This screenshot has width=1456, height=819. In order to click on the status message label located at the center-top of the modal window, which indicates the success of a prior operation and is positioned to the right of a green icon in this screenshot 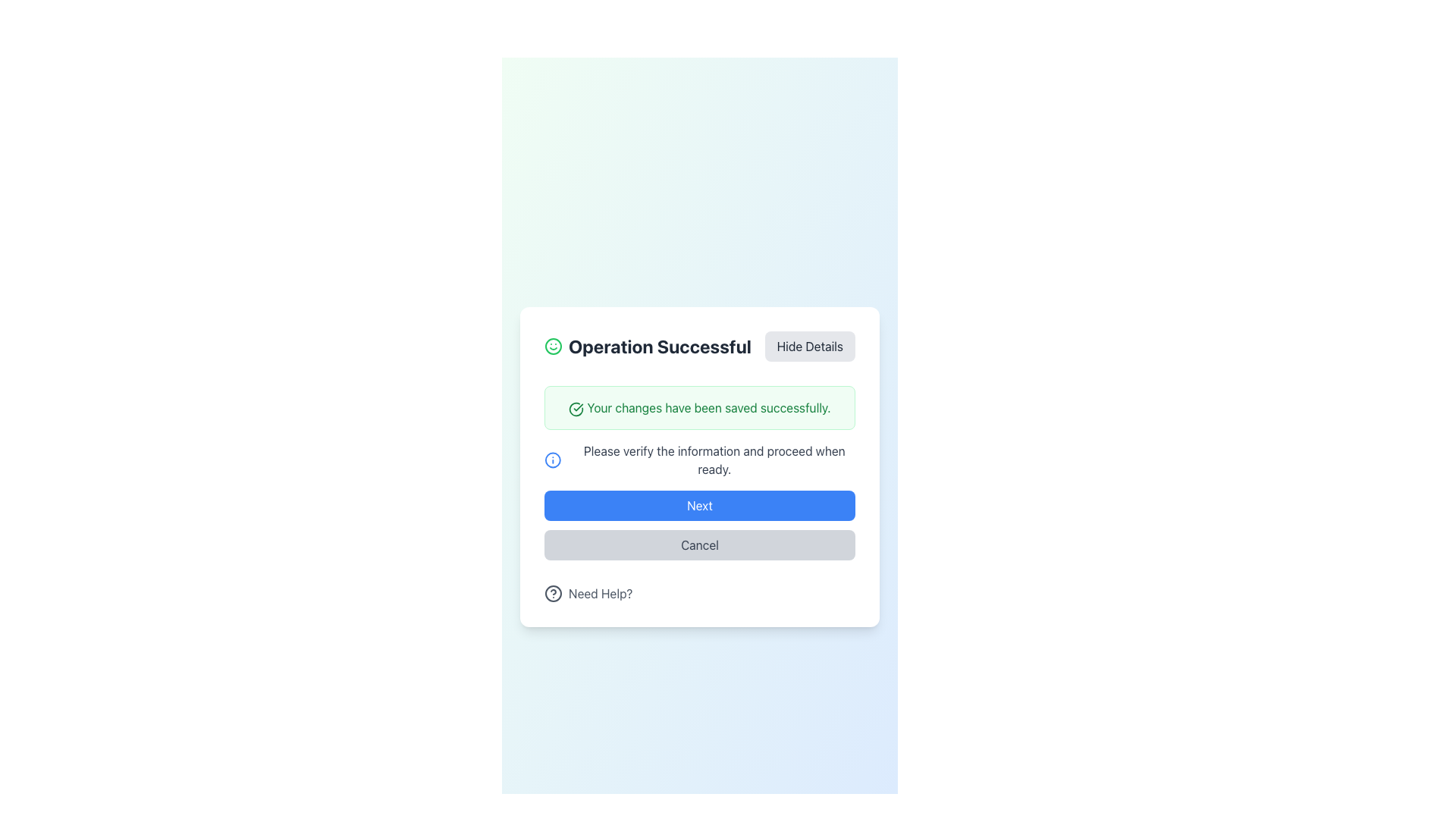, I will do `click(660, 346)`.